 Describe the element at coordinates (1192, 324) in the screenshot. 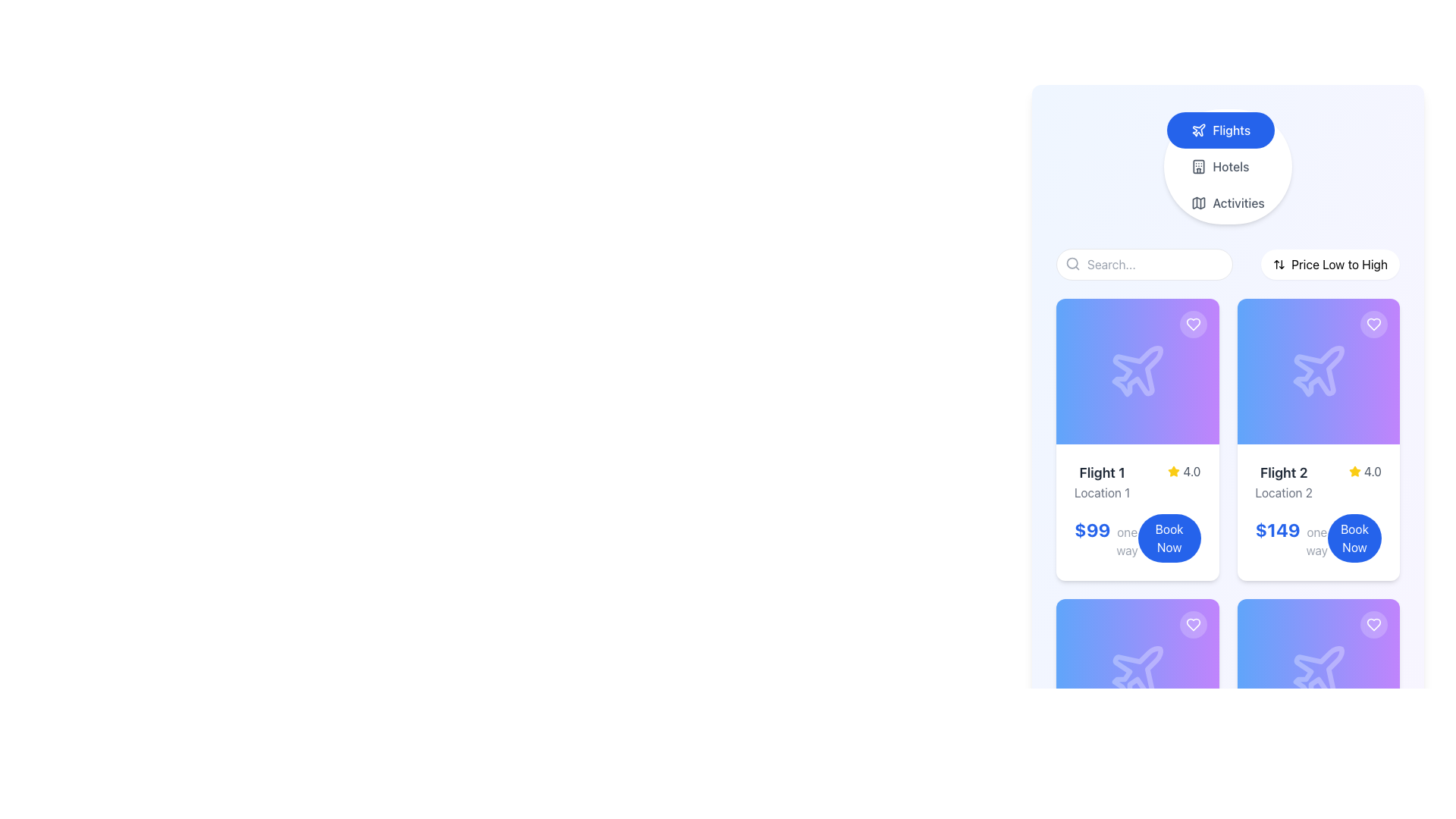

I see `the 'Favorite' button located at the top-right corner of the 'Flight 1' card to mark or unmark the associated flight option as a favorite` at that location.